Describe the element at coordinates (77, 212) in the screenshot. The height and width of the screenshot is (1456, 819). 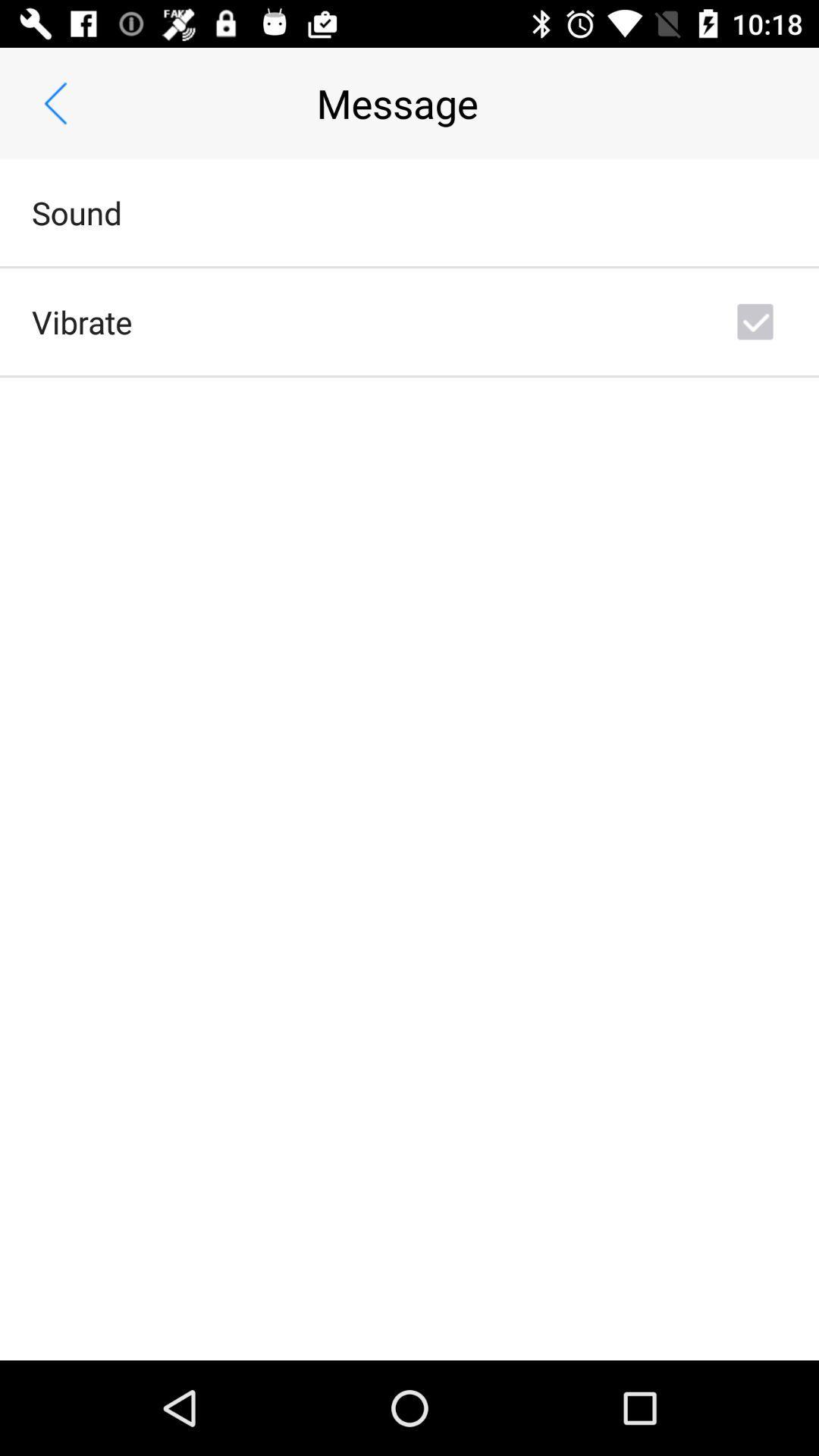
I see `the sound item` at that location.